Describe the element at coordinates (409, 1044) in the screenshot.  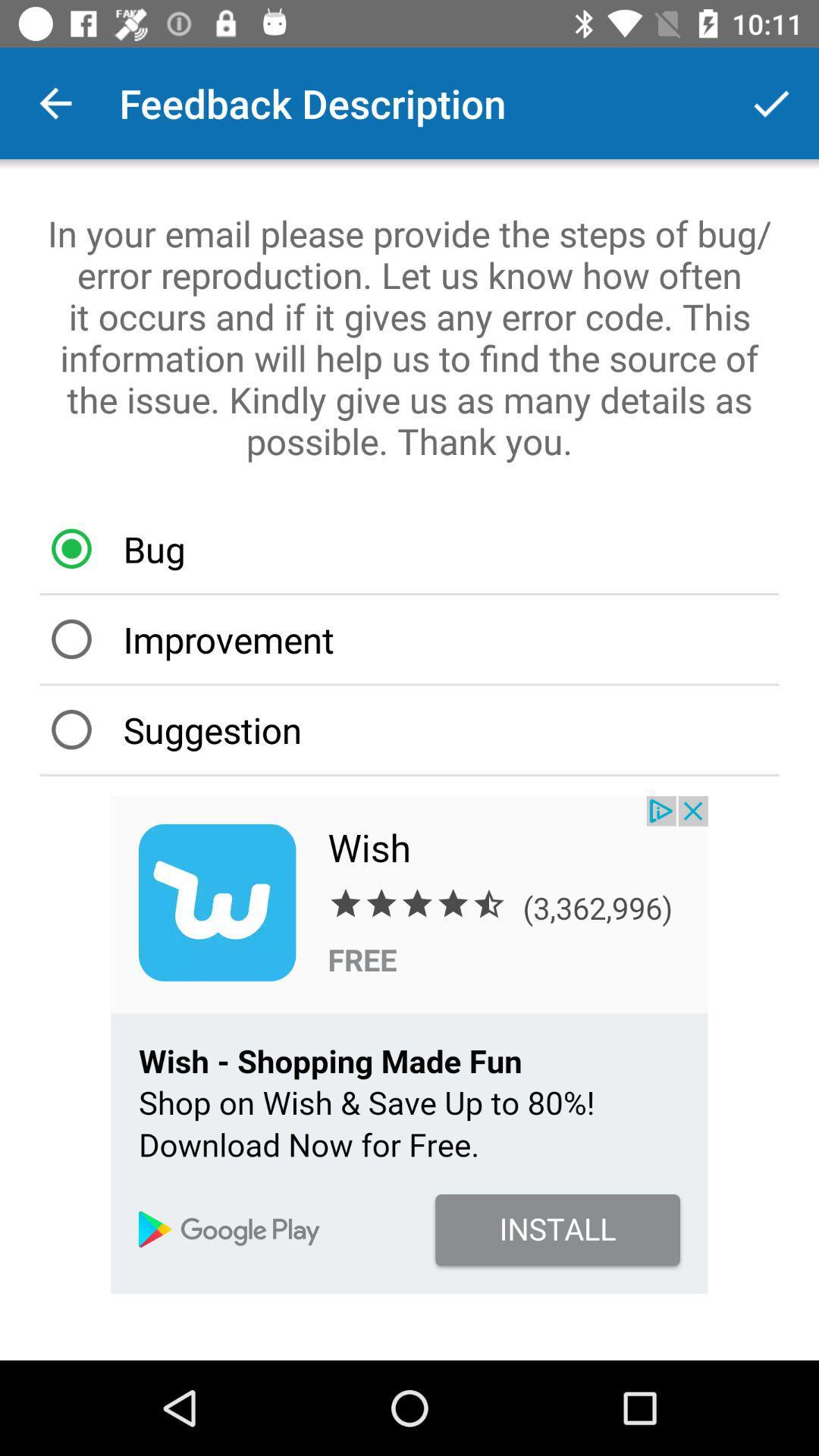
I see `advertisements website` at that location.